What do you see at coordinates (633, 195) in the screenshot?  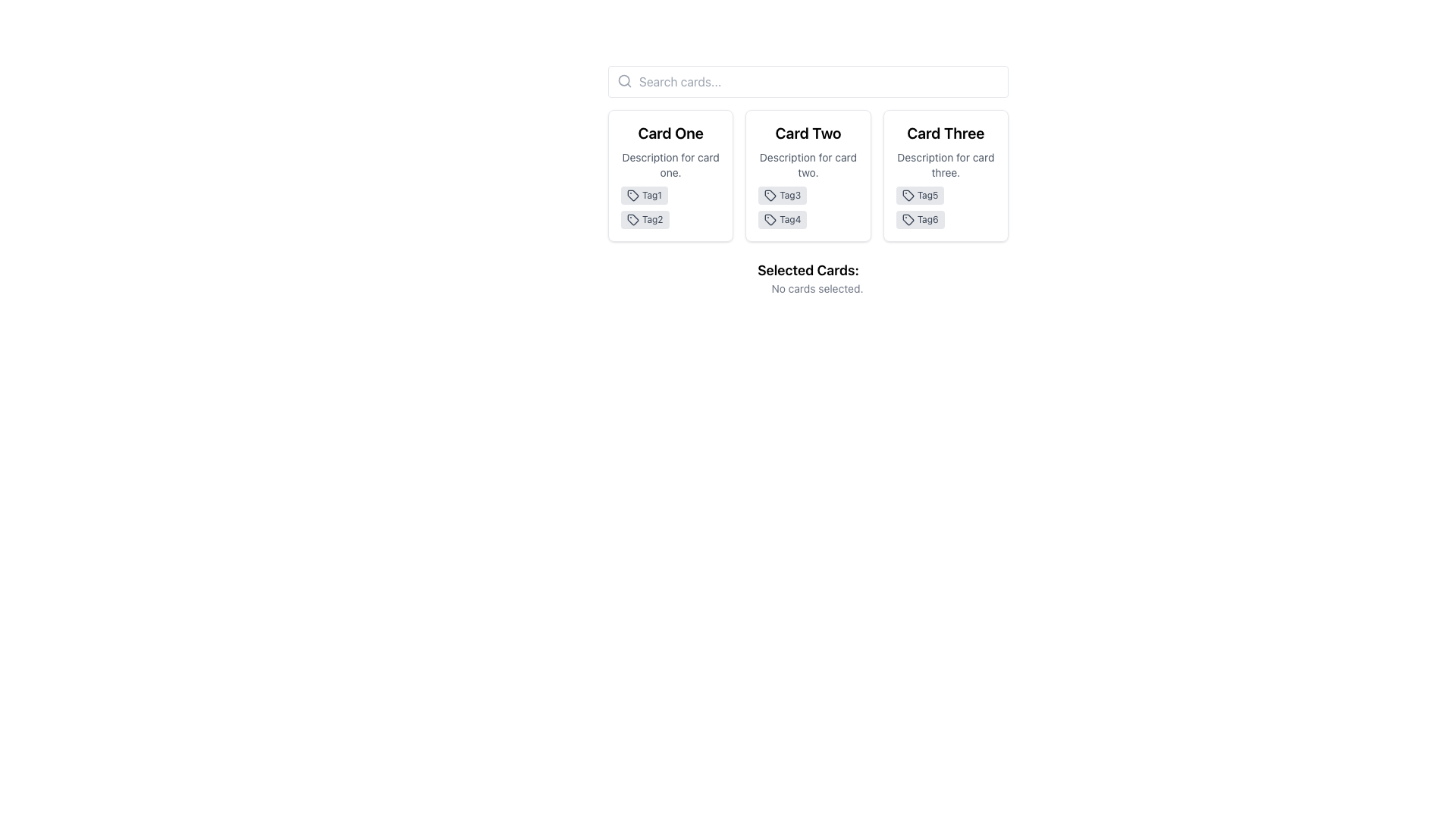 I see `the small gray tag icon located` at bounding box center [633, 195].